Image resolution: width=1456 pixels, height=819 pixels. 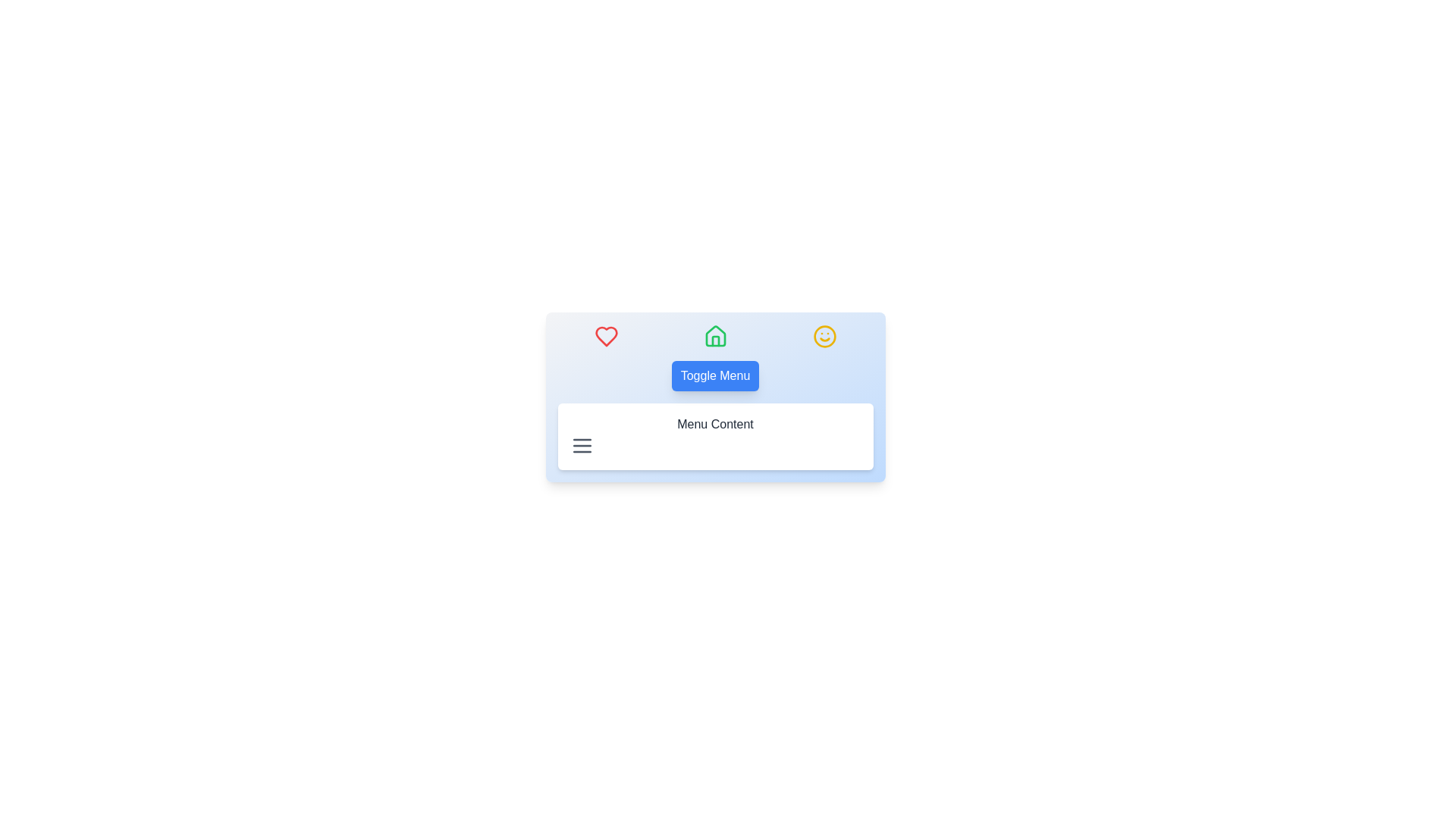 I want to click on the lower vertical bar of the central green house icon in the navigation interface, which is part of the house-shaped icon, so click(x=714, y=341).